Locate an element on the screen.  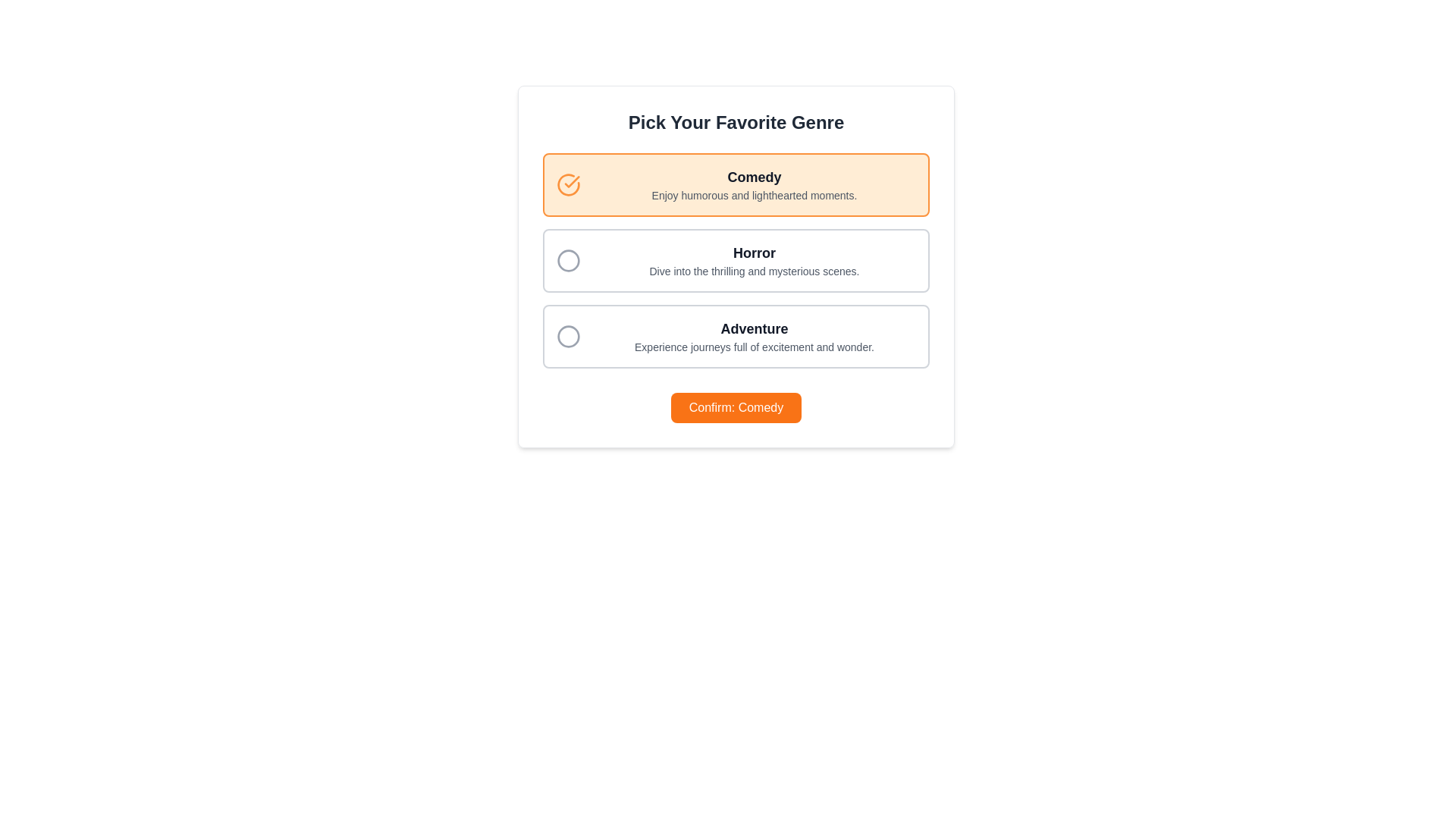
the 'Horror' genre title label located in the second option card from the top, just above the subtext 'Dive into the thrilling and mysterious scenes.' is located at coordinates (754, 253).